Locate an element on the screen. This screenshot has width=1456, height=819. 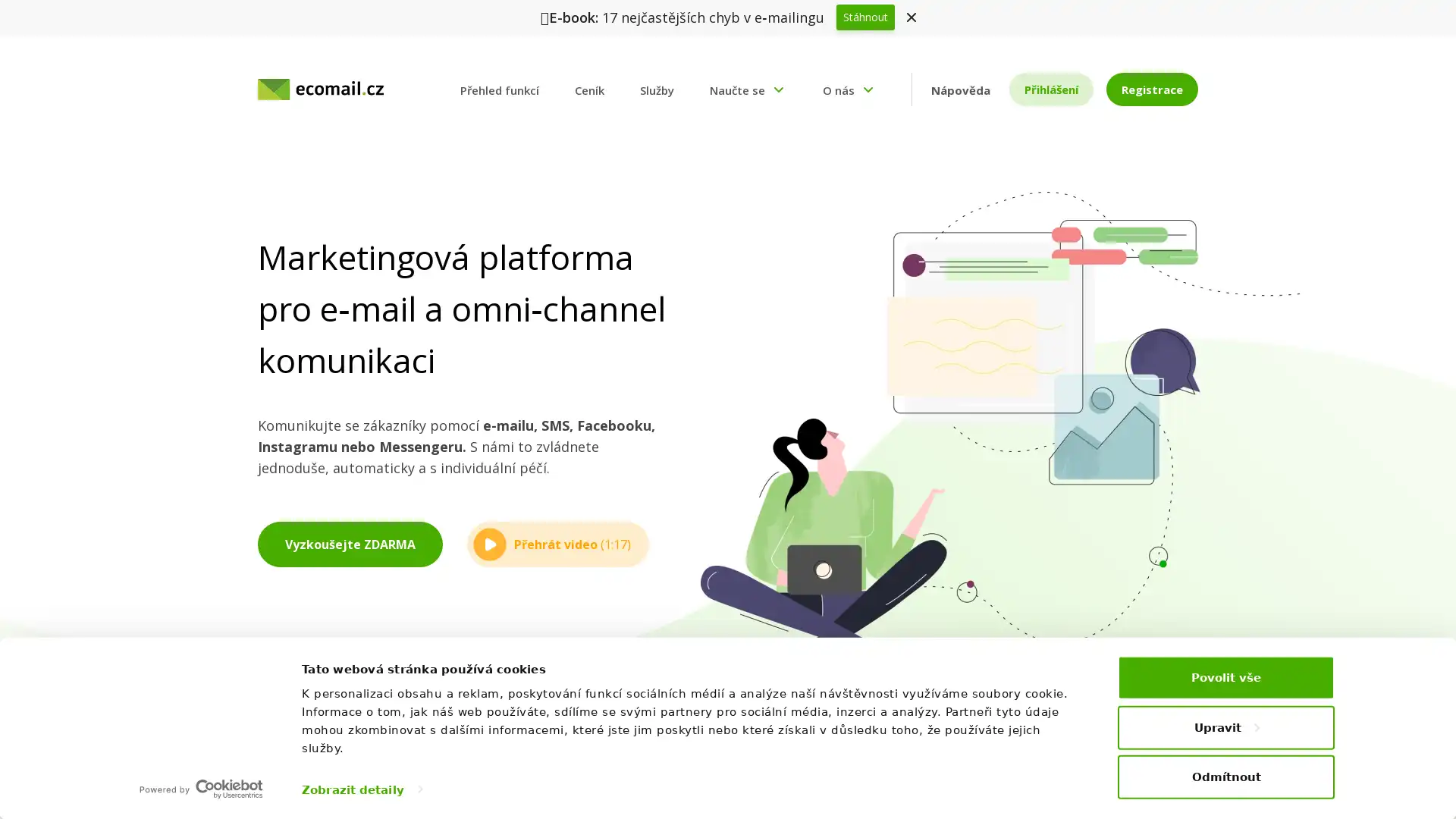
Prehrat video (1:17) is located at coordinates (557, 543).